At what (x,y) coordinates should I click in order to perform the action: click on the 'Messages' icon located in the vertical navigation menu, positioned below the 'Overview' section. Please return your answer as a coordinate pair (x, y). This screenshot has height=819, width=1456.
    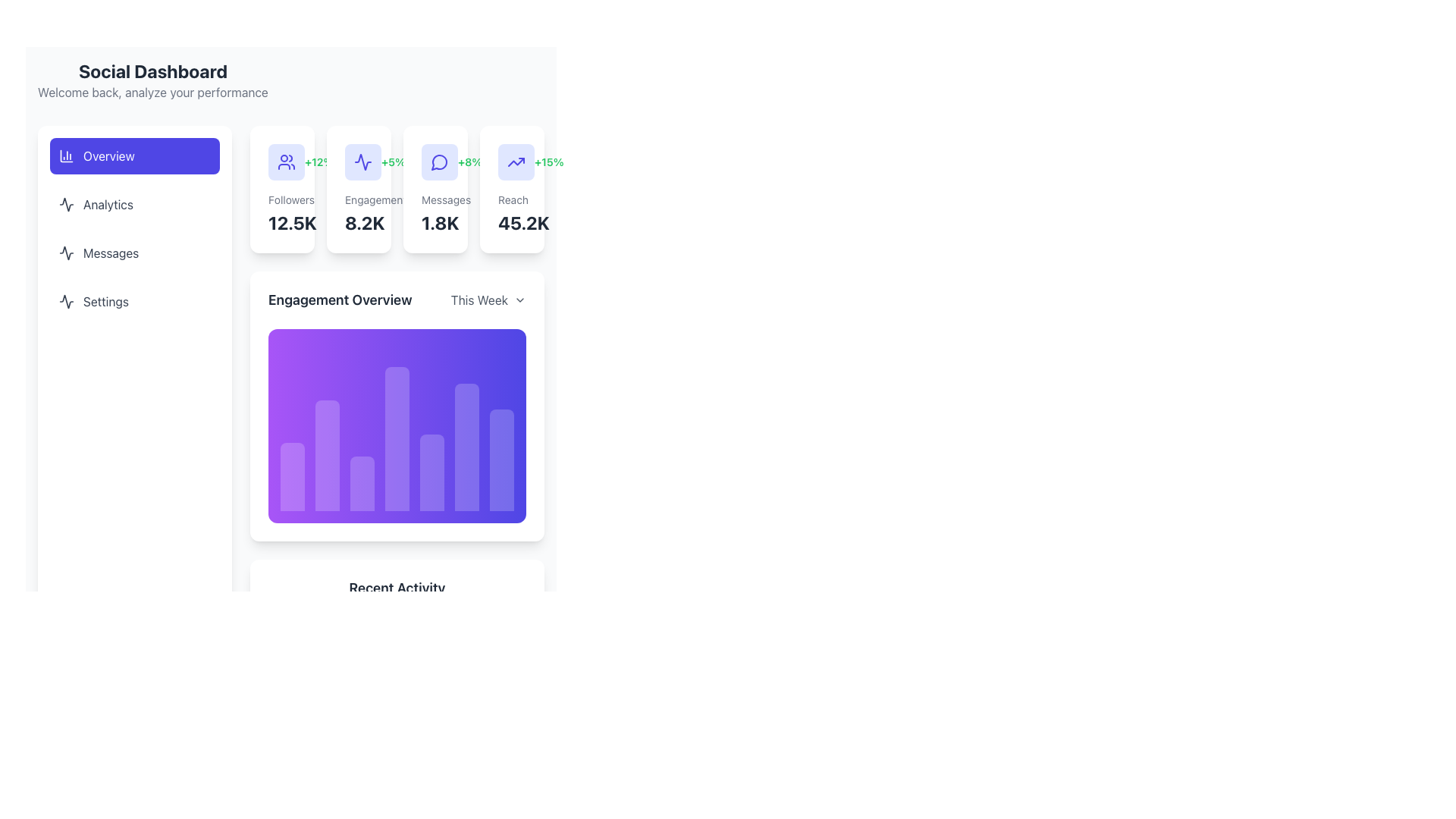
    Looking at the image, I should click on (65, 253).